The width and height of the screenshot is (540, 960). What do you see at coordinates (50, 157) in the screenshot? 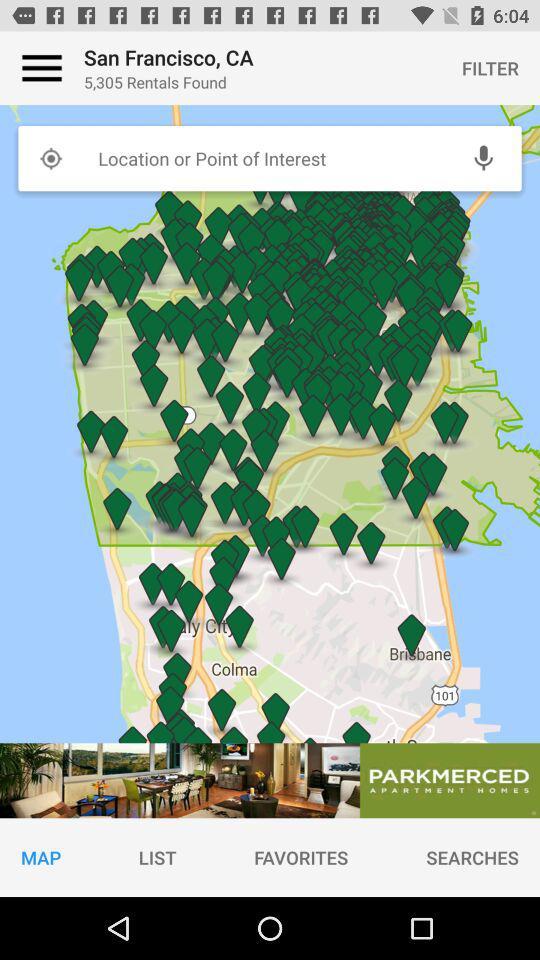
I see `the location_crosshair icon` at bounding box center [50, 157].